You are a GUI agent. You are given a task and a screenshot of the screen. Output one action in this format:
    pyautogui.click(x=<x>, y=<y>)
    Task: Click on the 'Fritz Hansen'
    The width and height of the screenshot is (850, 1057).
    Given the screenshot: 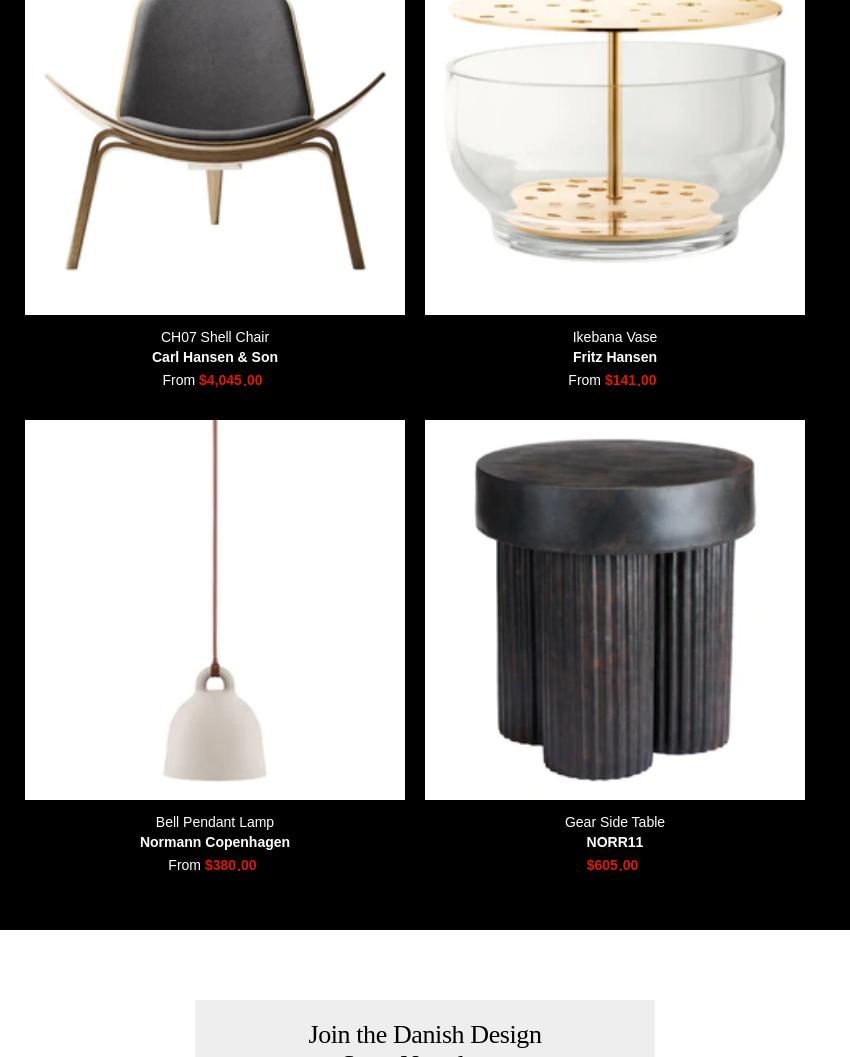 What is the action you would take?
    pyautogui.click(x=571, y=355)
    